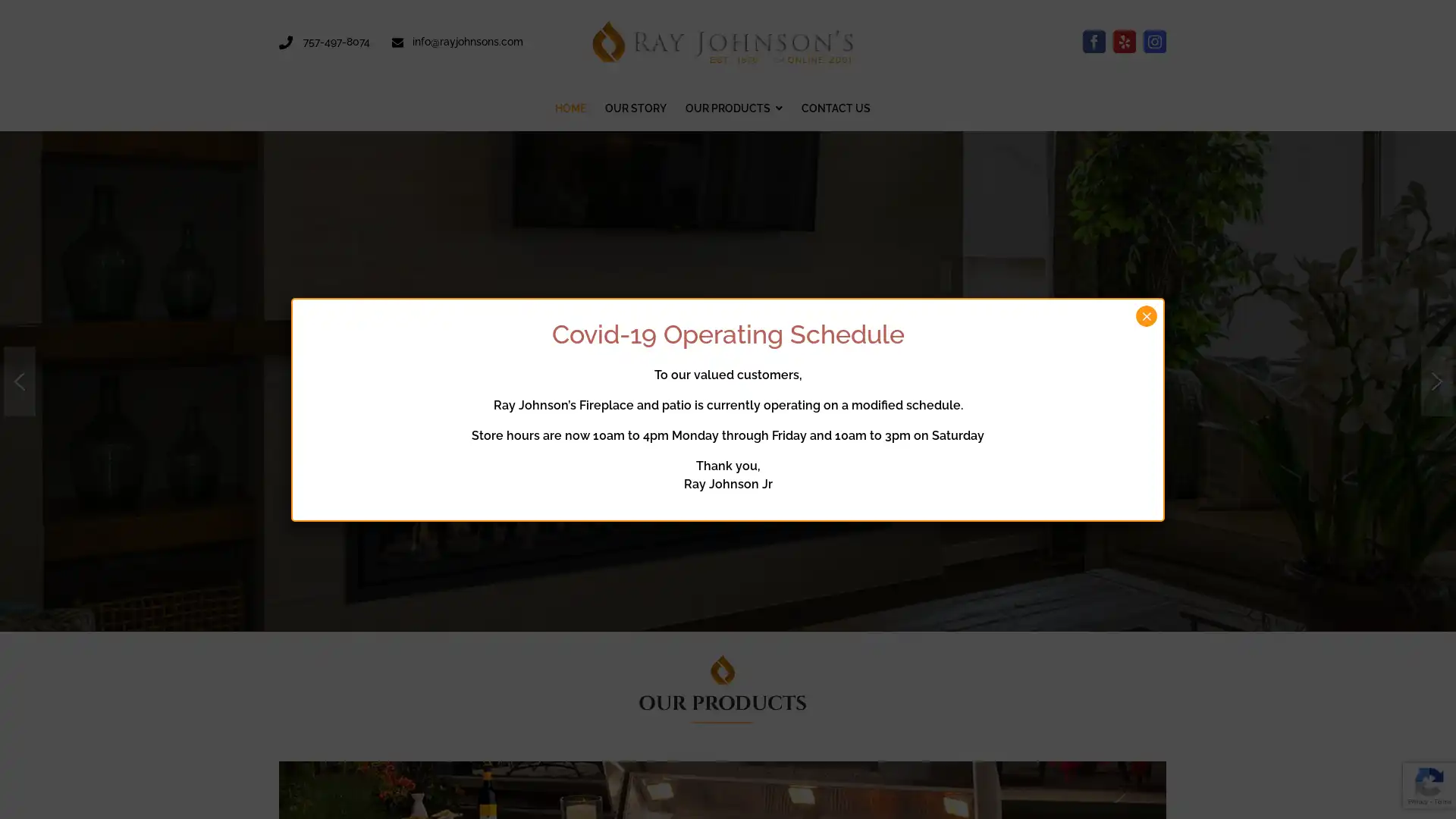 This screenshot has height=819, width=1456. I want to click on Close, so click(1147, 315).